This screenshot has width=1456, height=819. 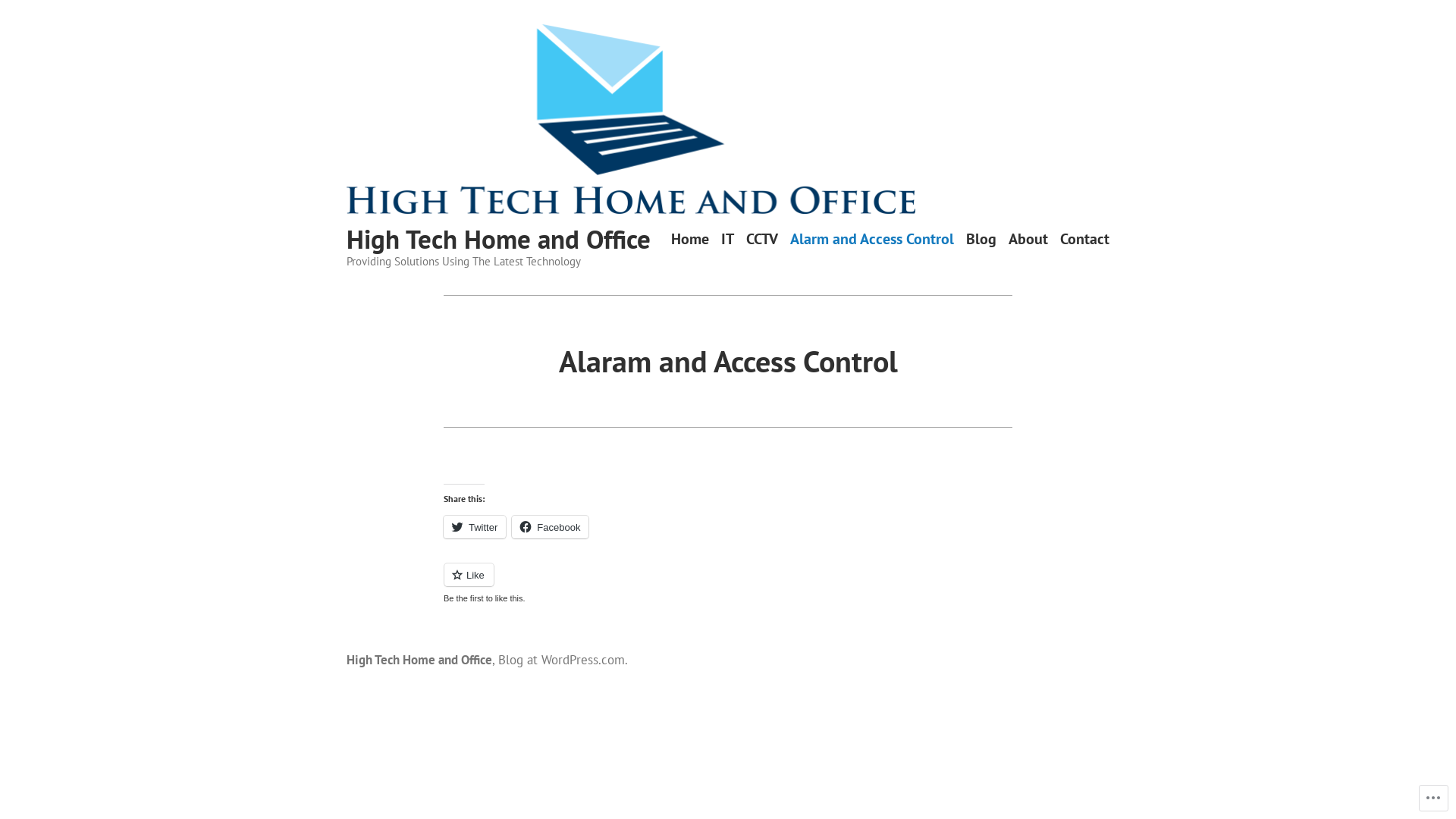 I want to click on 'Facebook', so click(x=549, y=526).